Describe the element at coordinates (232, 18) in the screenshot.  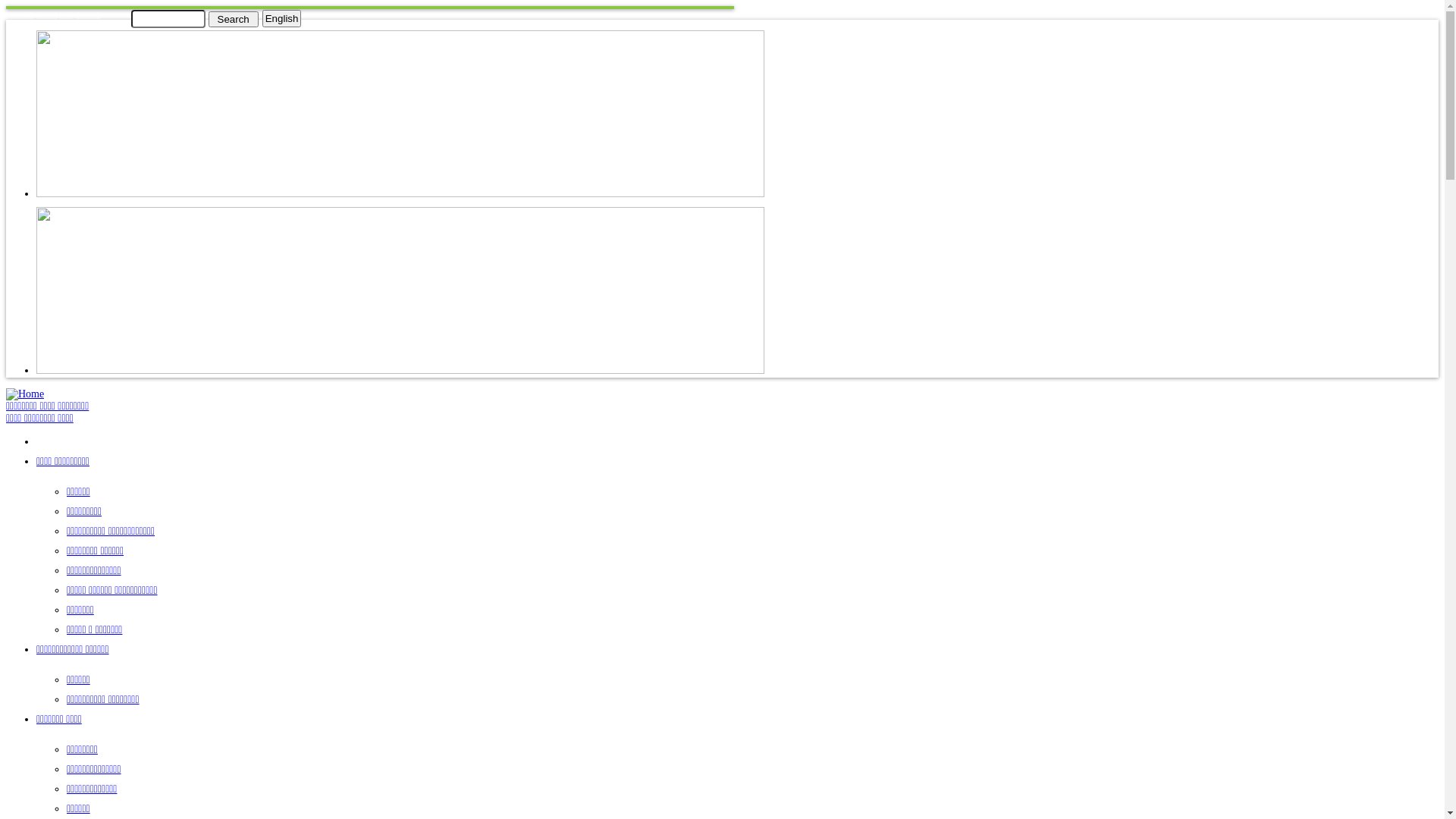
I see `'Search'` at that location.